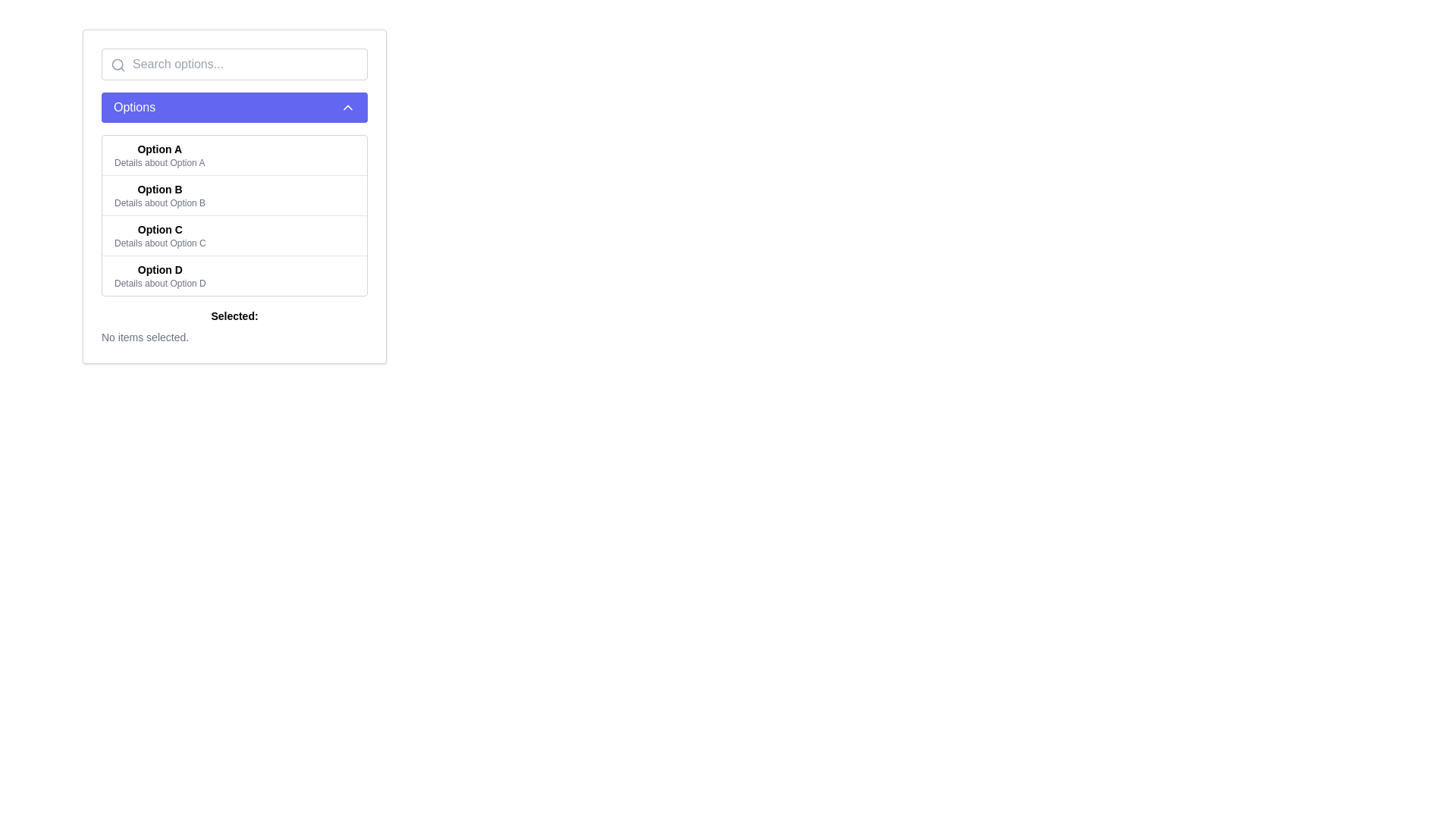 The image size is (1456, 819). What do you see at coordinates (160, 275) in the screenshot?
I see `the fourth item in the dropdown menu under the header 'Options' which corresponds to 'Option D'` at bounding box center [160, 275].